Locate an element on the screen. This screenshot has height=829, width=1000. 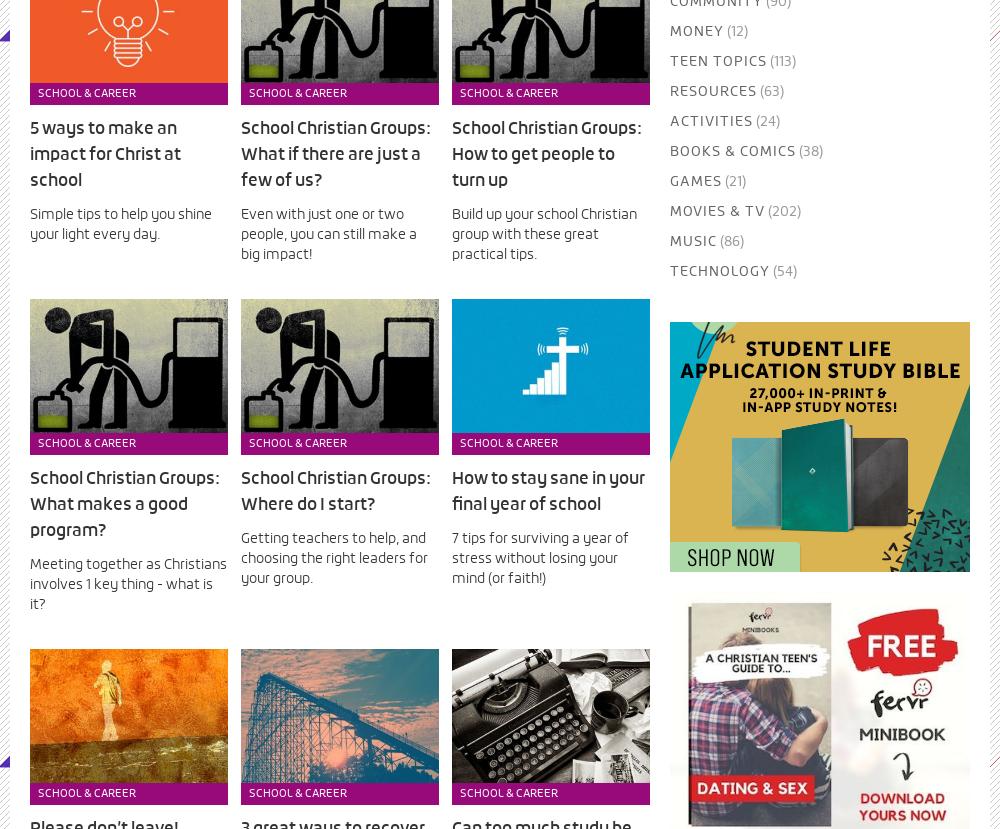
'Even with just one or two people, you can still make a big impact!' is located at coordinates (328, 235).